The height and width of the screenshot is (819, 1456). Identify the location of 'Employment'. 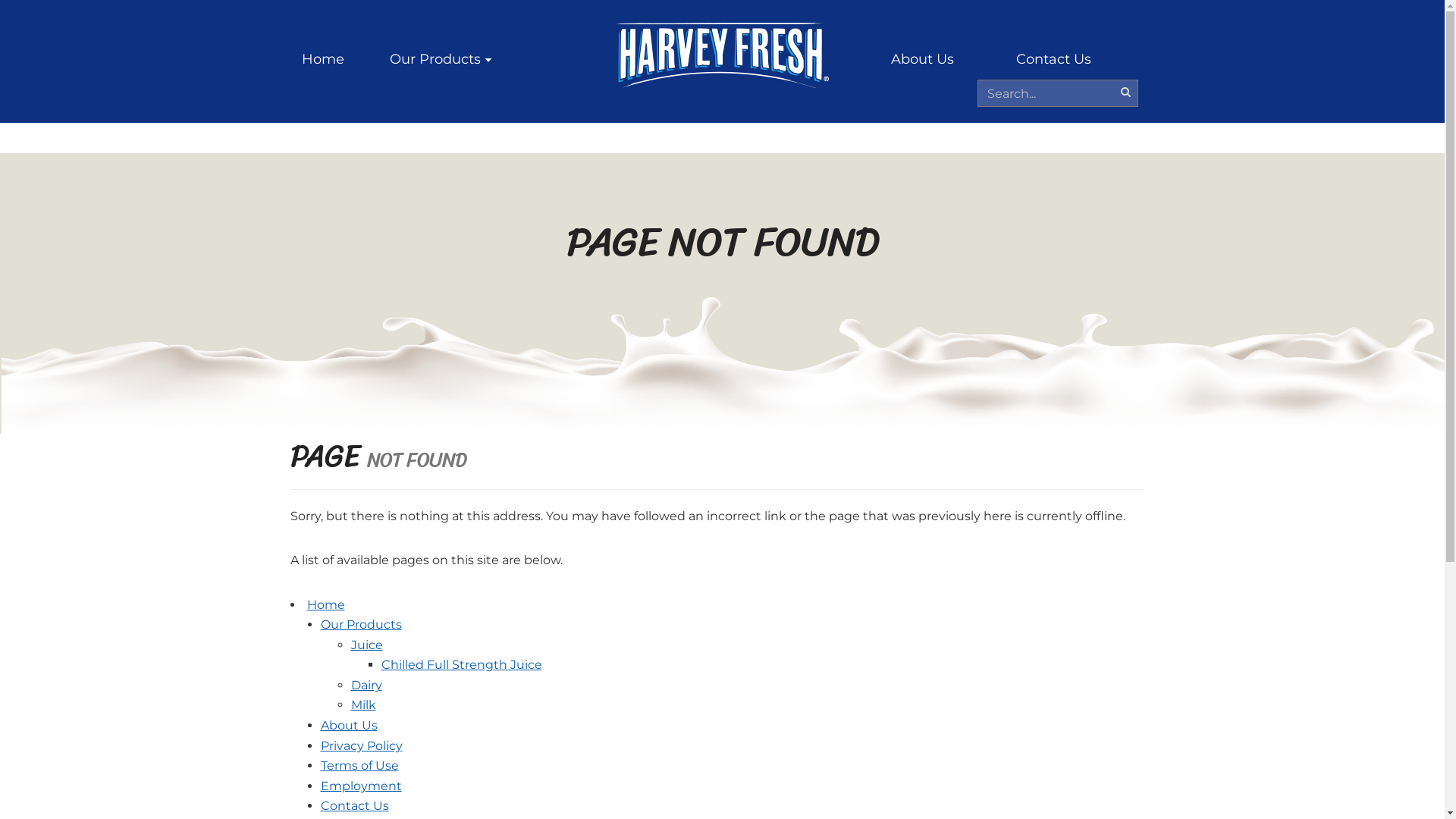
(359, 785).